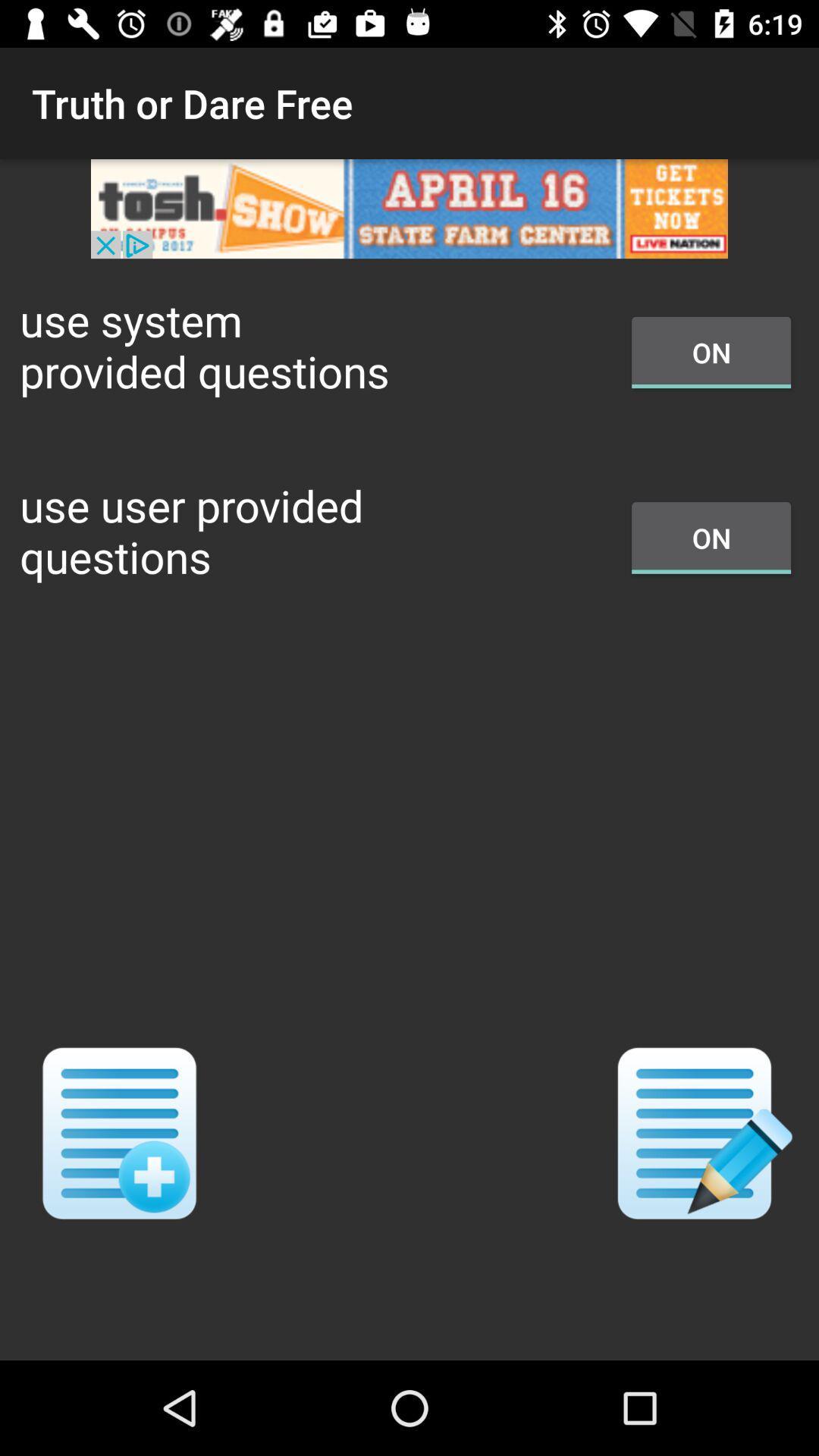  What do you see at coordinates (409, 208) in the screenshot?
I see `open advertisement` at bounding box center [409, 208].